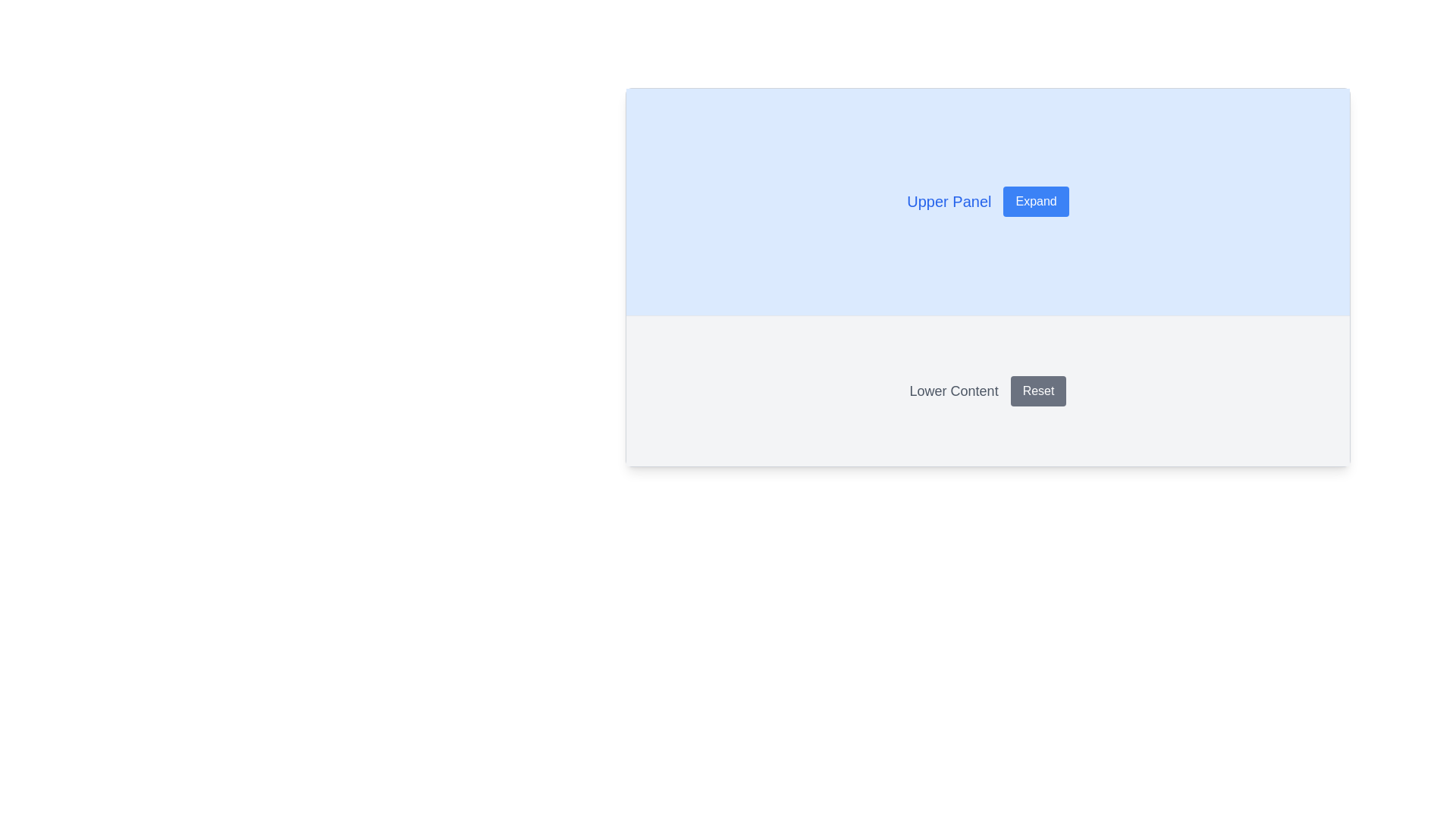  Describe the element at coordinates (1035, 201) in the screenshot. I see `the 'Expand' button, which is a rectangular button with white text on a blue background located in the upper panel, adjacent to the text 'Upper Panel'` at that location.